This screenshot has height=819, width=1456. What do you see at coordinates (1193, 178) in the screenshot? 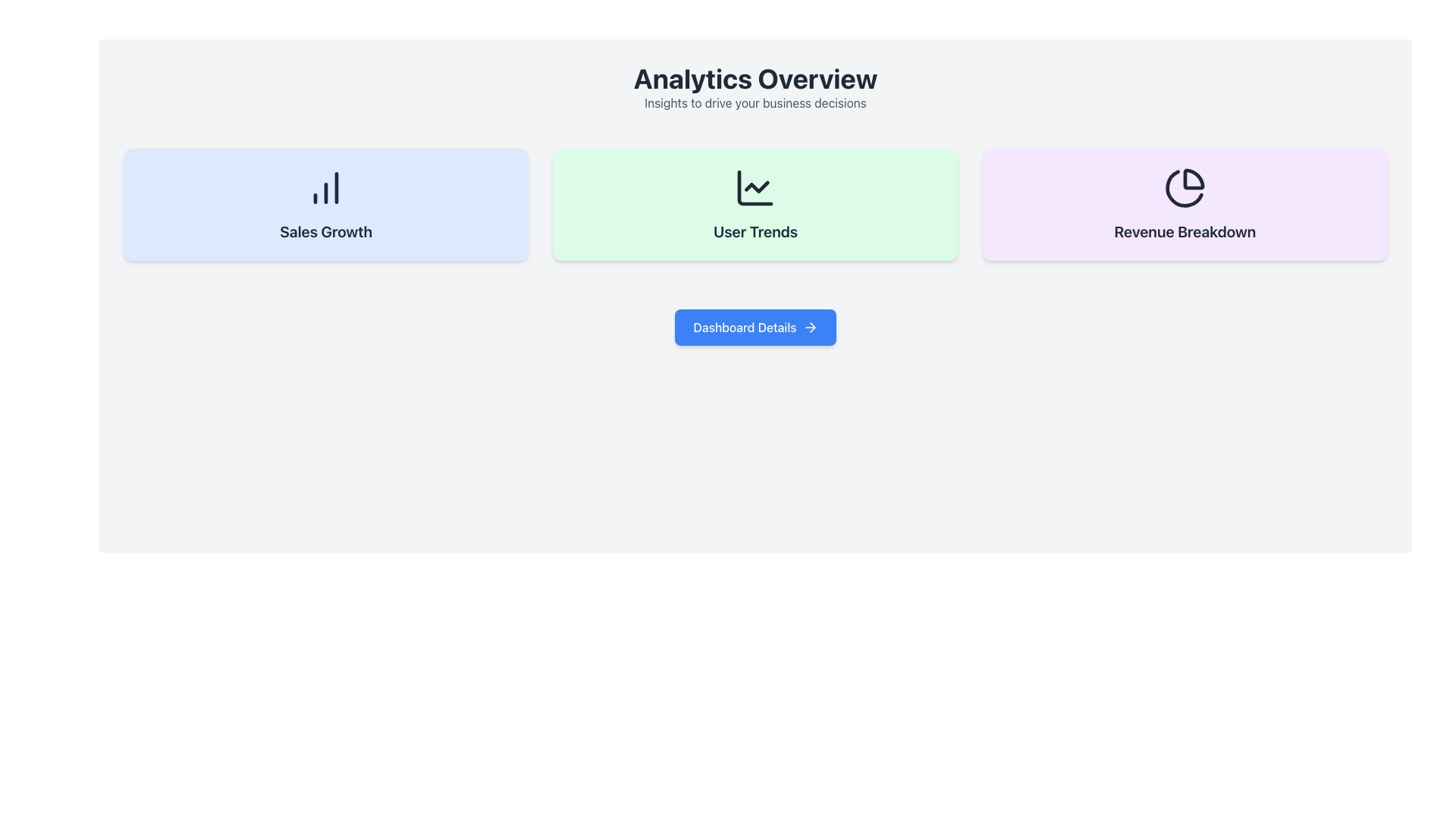
I see `the right curved portion of the pie chart icon within the 'Revenue Breakdown' purple card` at bounding box center [1193, 178].